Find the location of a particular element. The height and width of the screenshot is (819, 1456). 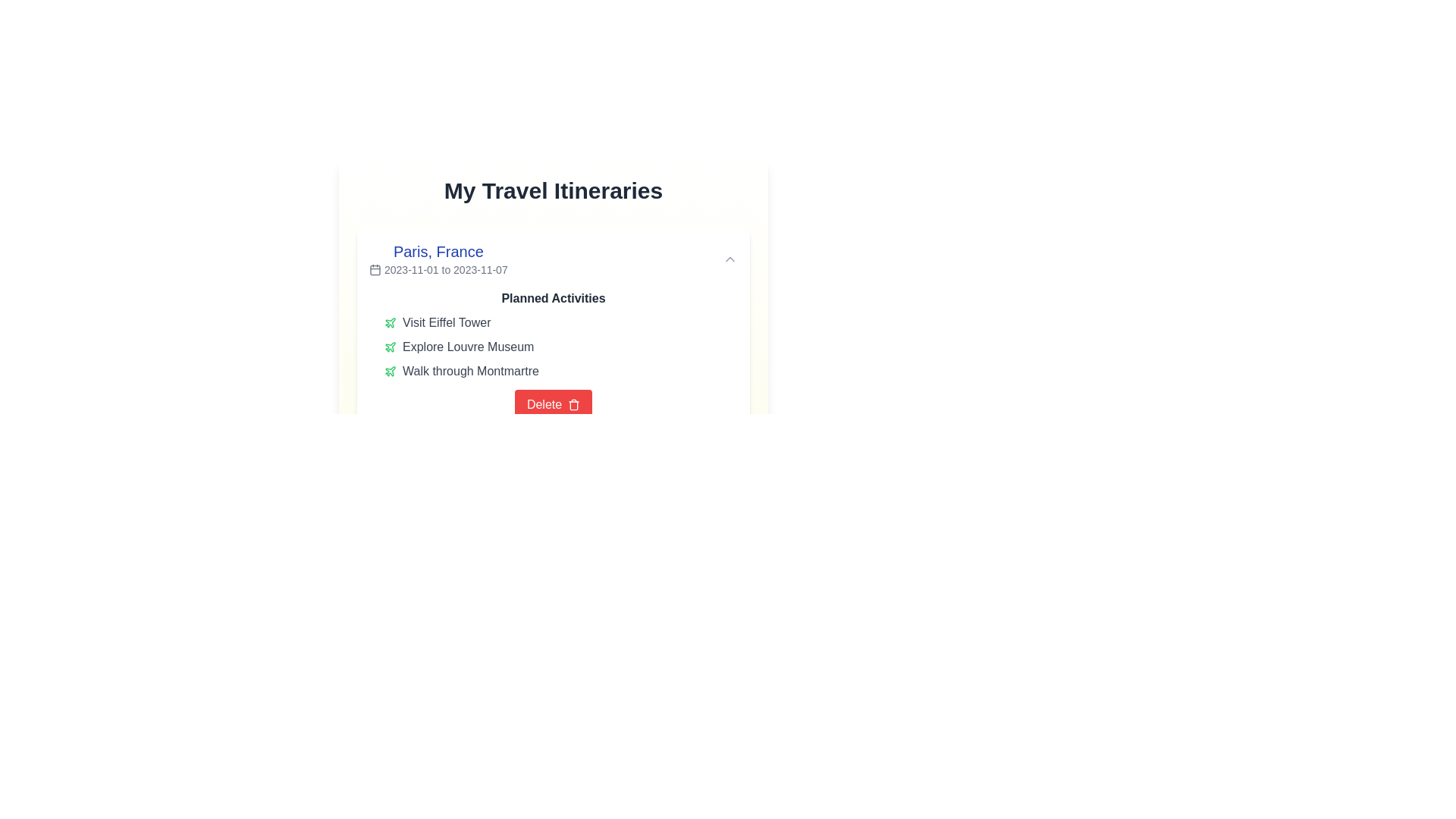

the travel details section for 'Paris, France' is located at coordinates (552, 403).